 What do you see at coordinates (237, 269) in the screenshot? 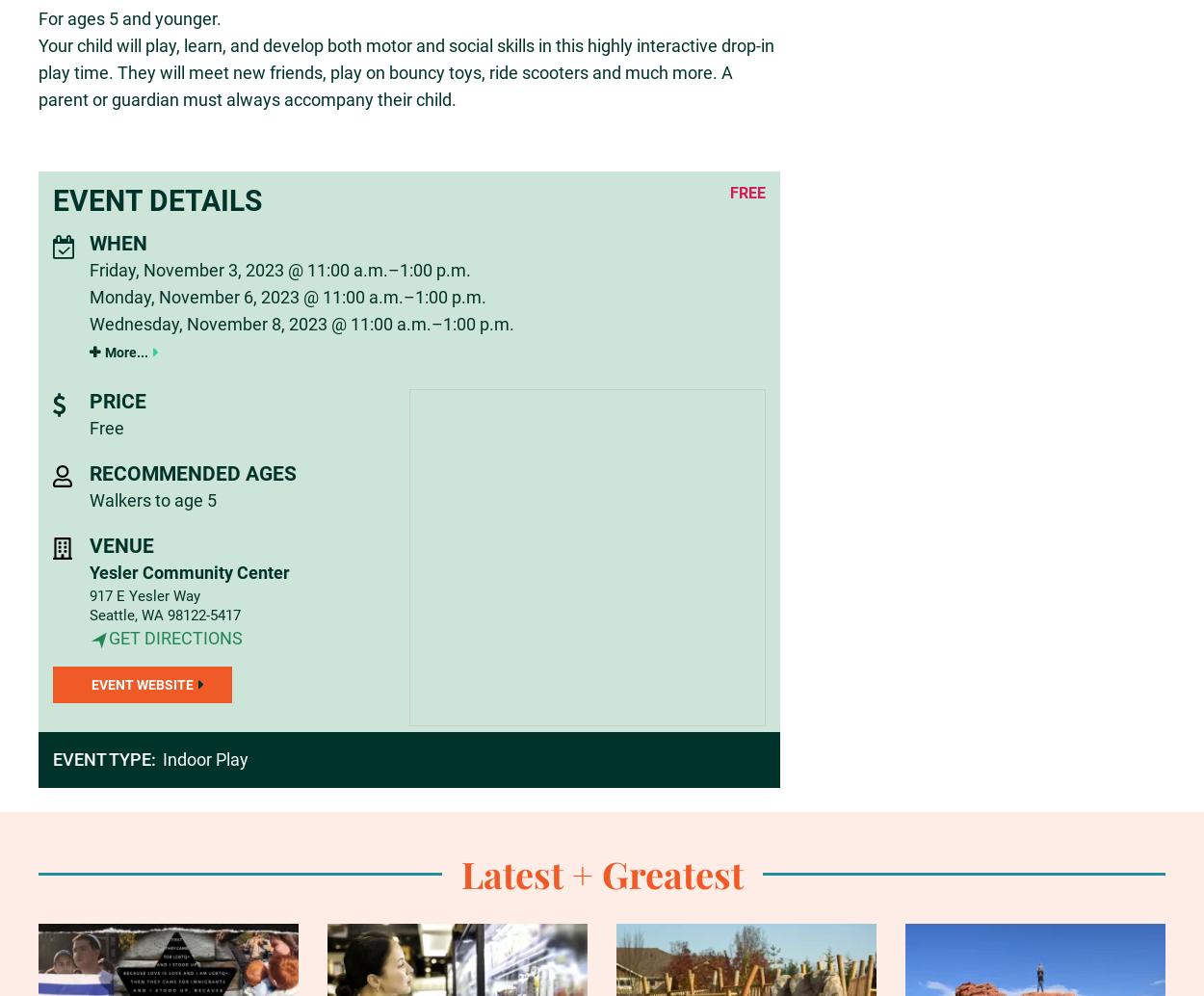
I see `'Friday, November 3, 2023 @ 11:00 a.m.'` at bounding box center [237, 269].